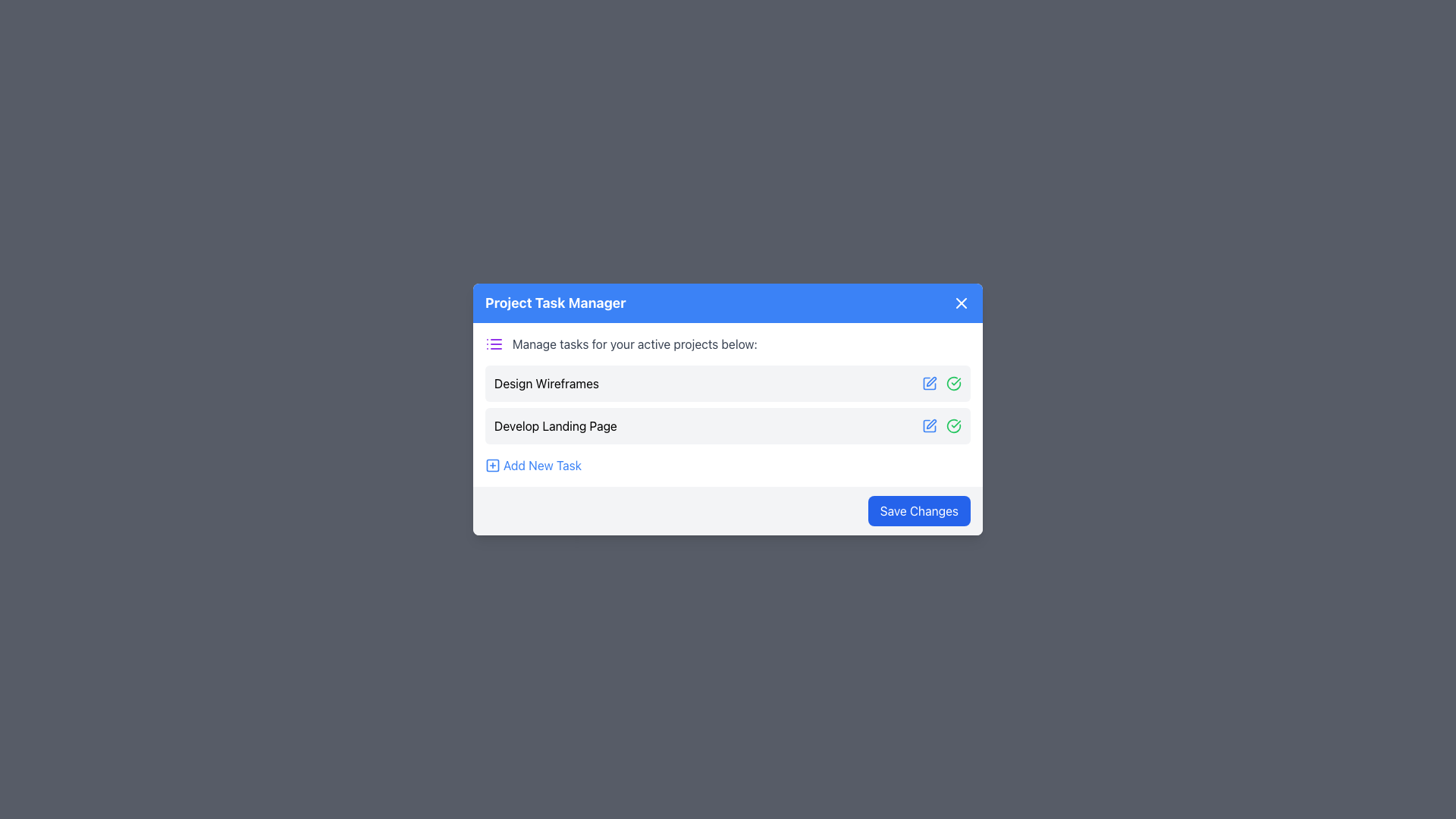 This screenshot has height=819, width=1456. What do you see at coordinates (952, 382) in the screenshot?
I see `the Button in the second row of the task list that marks the associated task as completed, located at the rightmost position next to a pen icon, to change its color` at bounding box center [952, 382].